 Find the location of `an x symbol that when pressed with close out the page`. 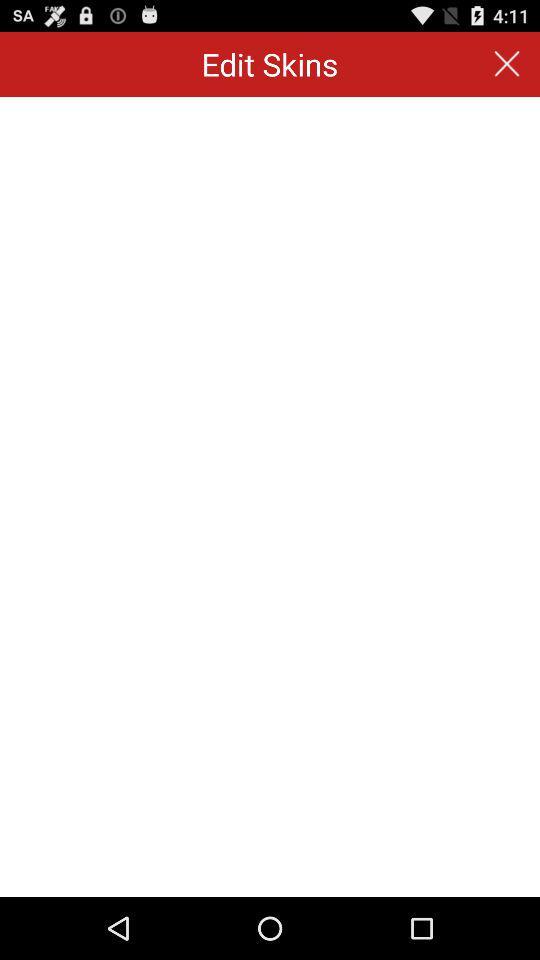

an x symbol that when pressed with close out the page is located at coordinates (507, 64).